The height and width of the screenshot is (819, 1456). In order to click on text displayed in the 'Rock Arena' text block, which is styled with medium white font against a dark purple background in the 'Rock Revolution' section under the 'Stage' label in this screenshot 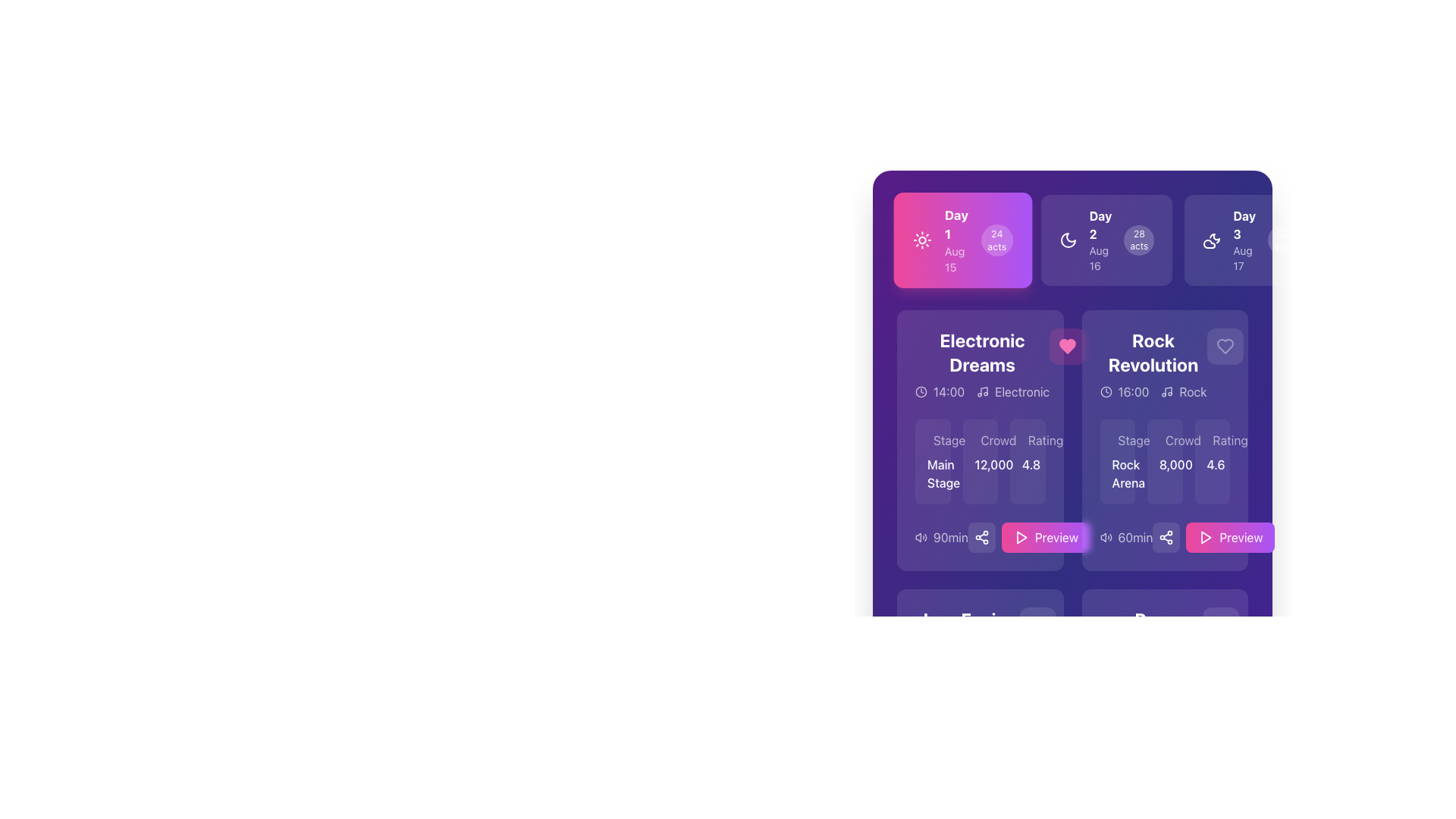, I will do `click(1117, 461)`.